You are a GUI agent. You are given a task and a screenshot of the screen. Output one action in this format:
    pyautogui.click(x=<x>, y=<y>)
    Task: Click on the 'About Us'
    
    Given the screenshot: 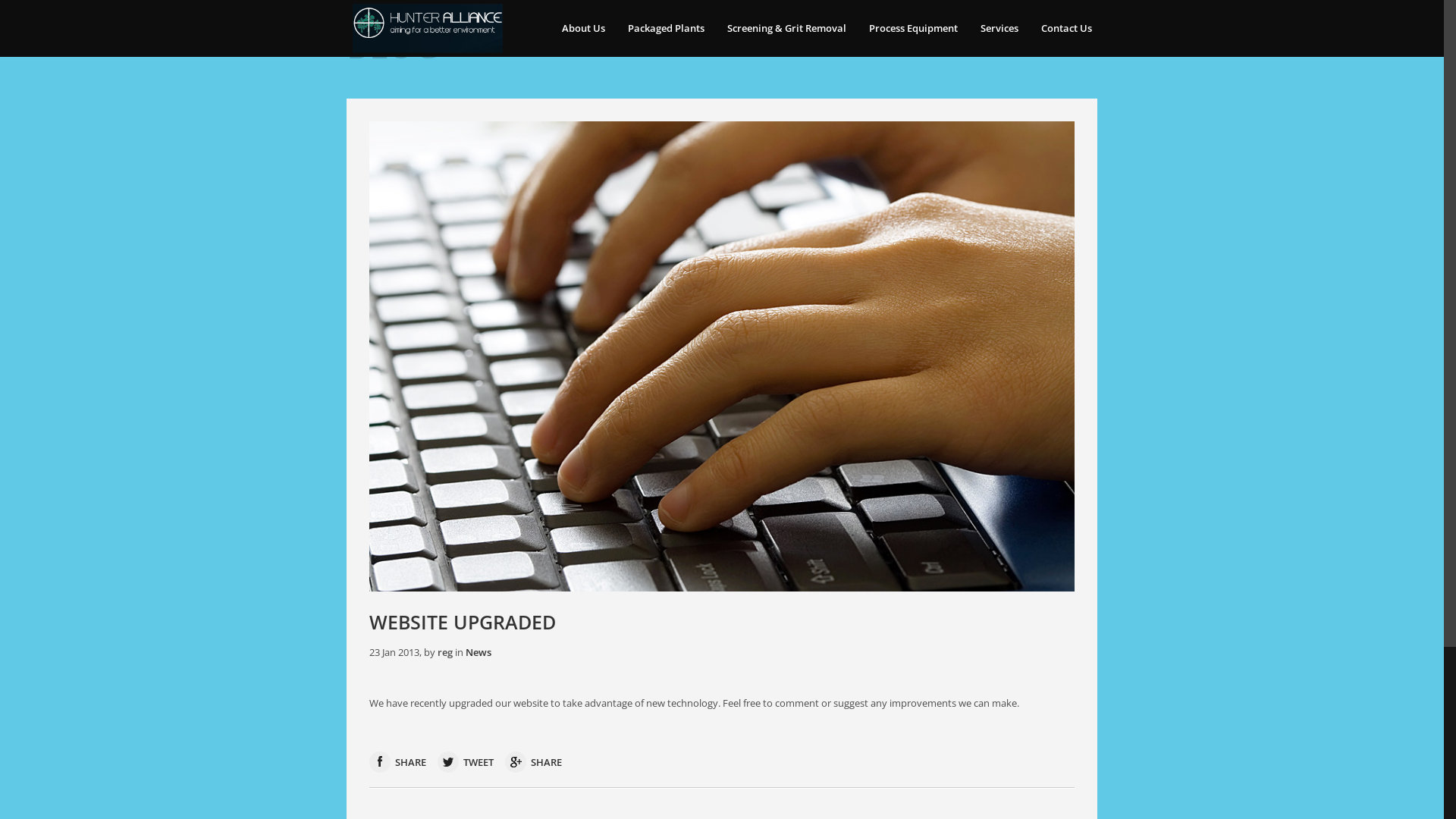 What is the action you would take?
    pyautogui.click(x=549, y=28)
    